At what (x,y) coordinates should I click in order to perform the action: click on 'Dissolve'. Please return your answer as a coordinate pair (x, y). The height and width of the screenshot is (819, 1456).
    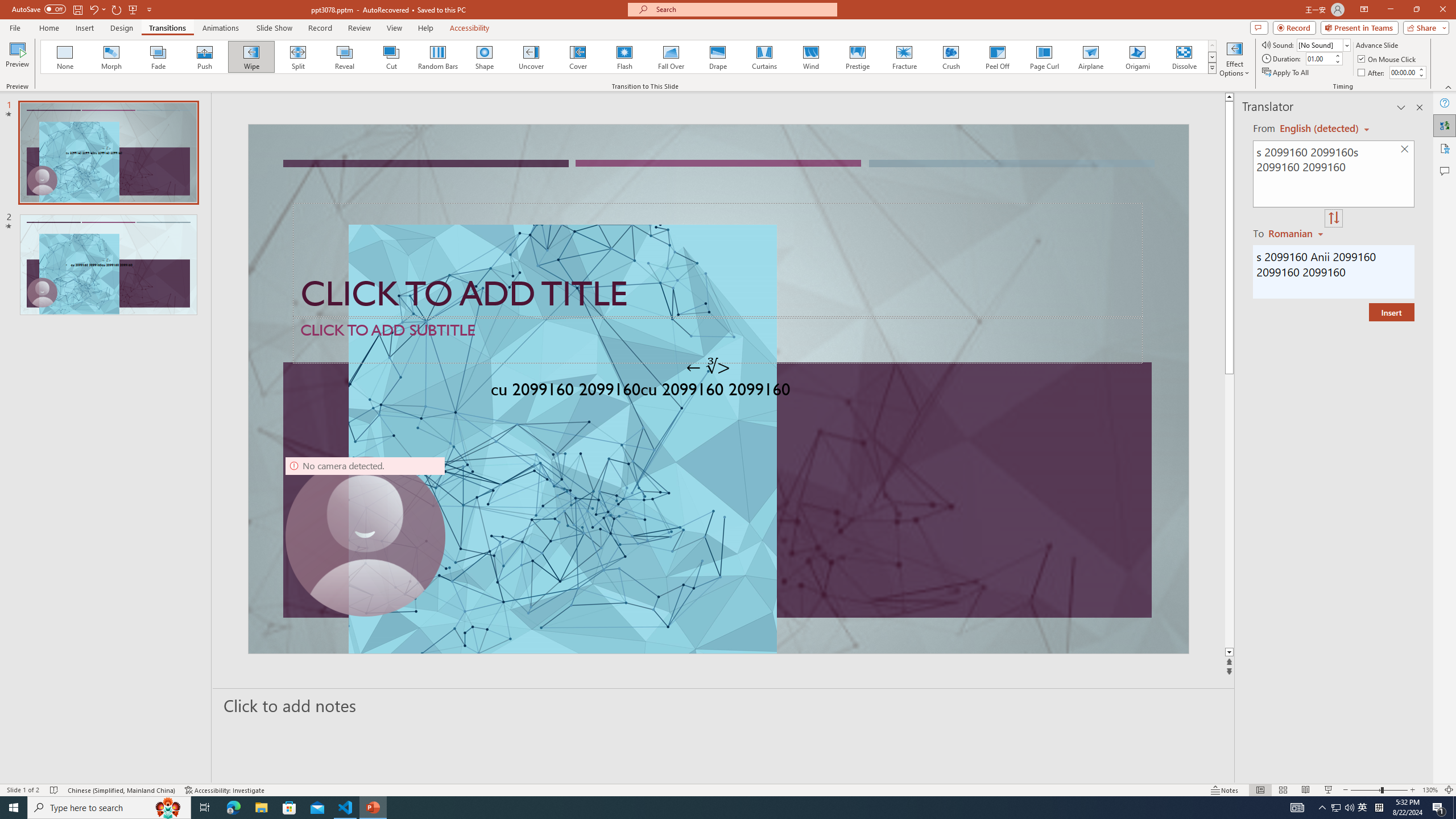
    Looking at the image, I should click on (1183, 56).